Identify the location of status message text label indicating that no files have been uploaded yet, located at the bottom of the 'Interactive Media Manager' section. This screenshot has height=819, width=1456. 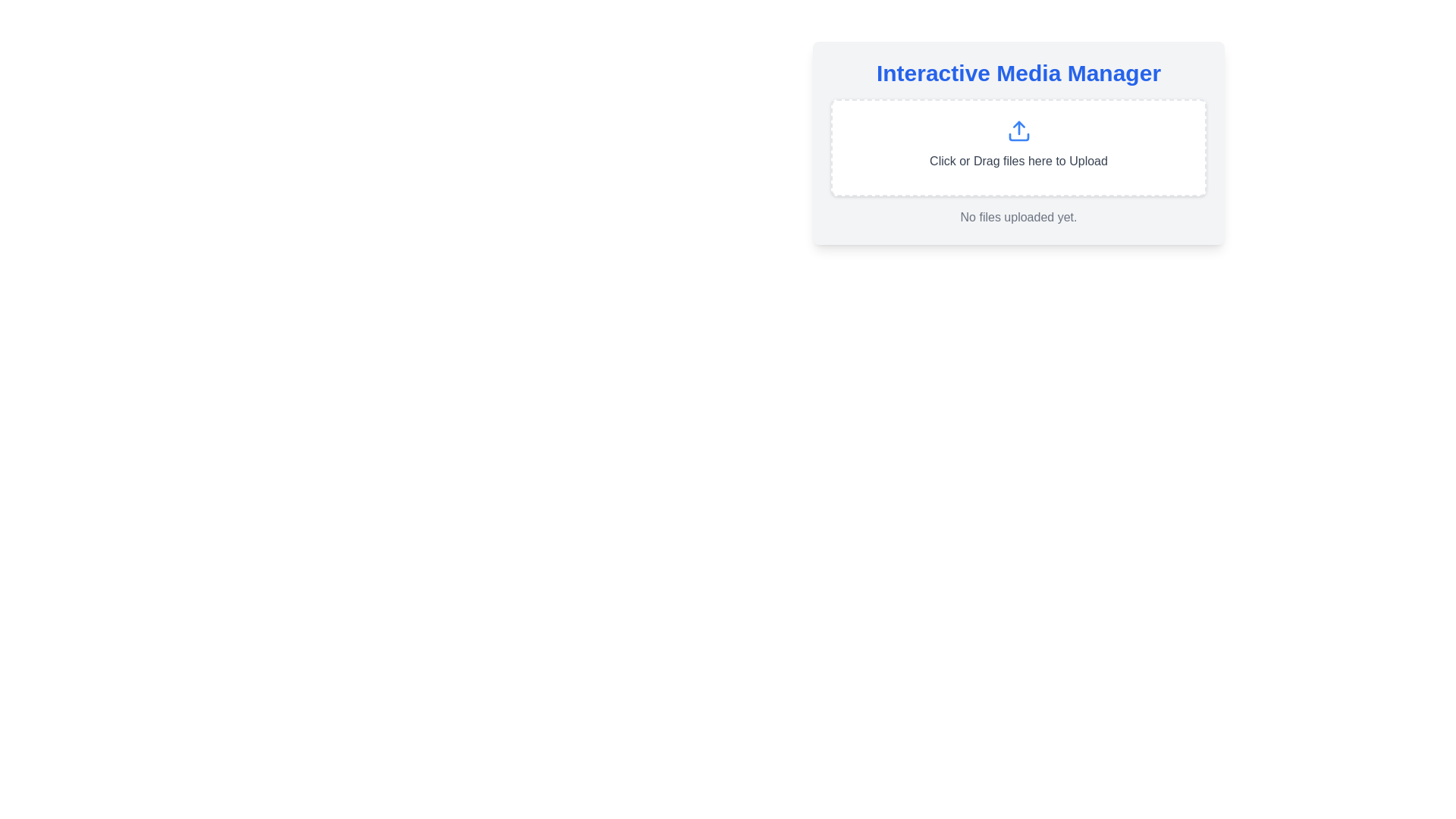
(1018, 217).